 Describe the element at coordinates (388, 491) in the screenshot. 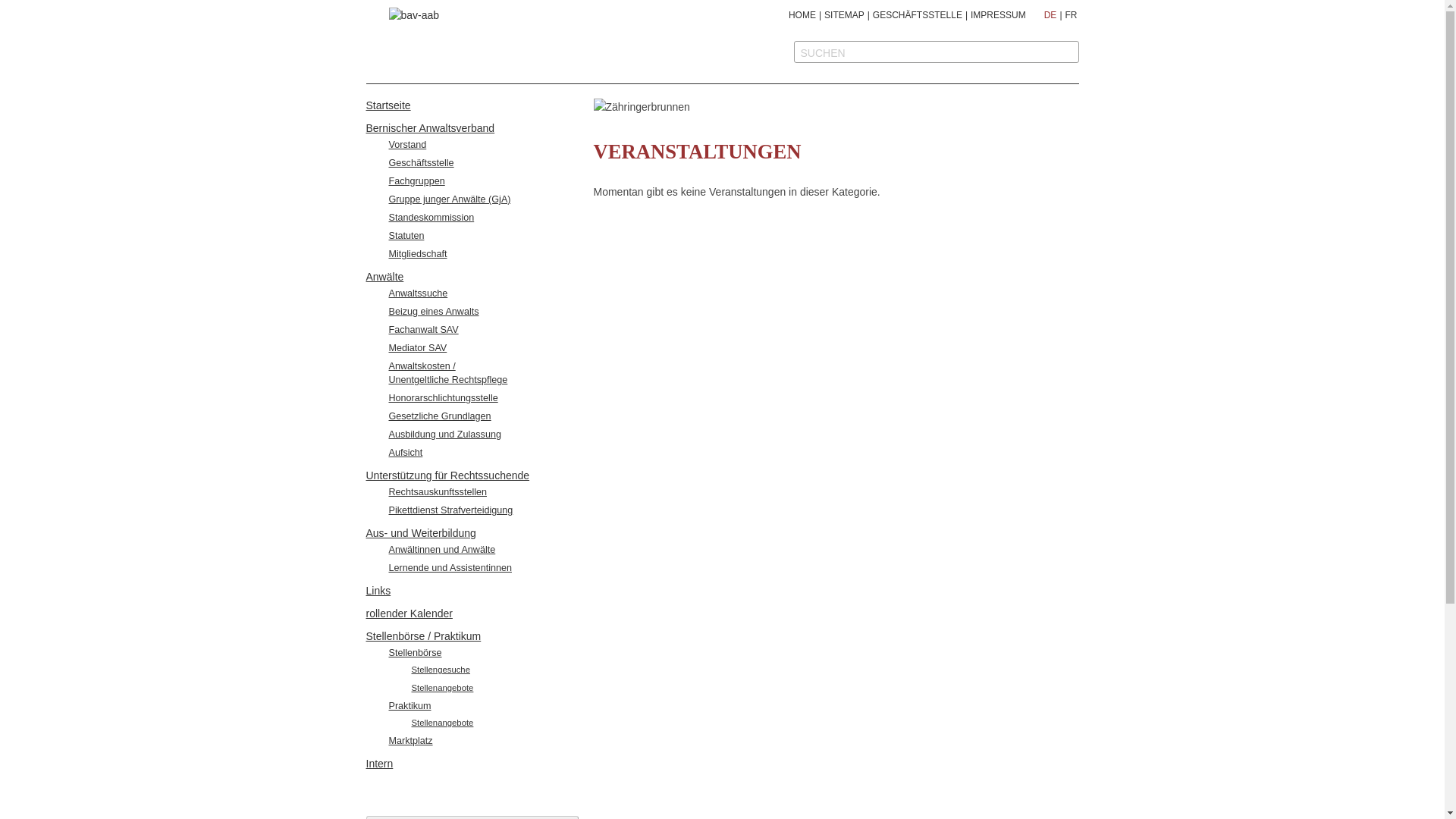

I see `'Rechtsauskunftsstellen'` at that location.